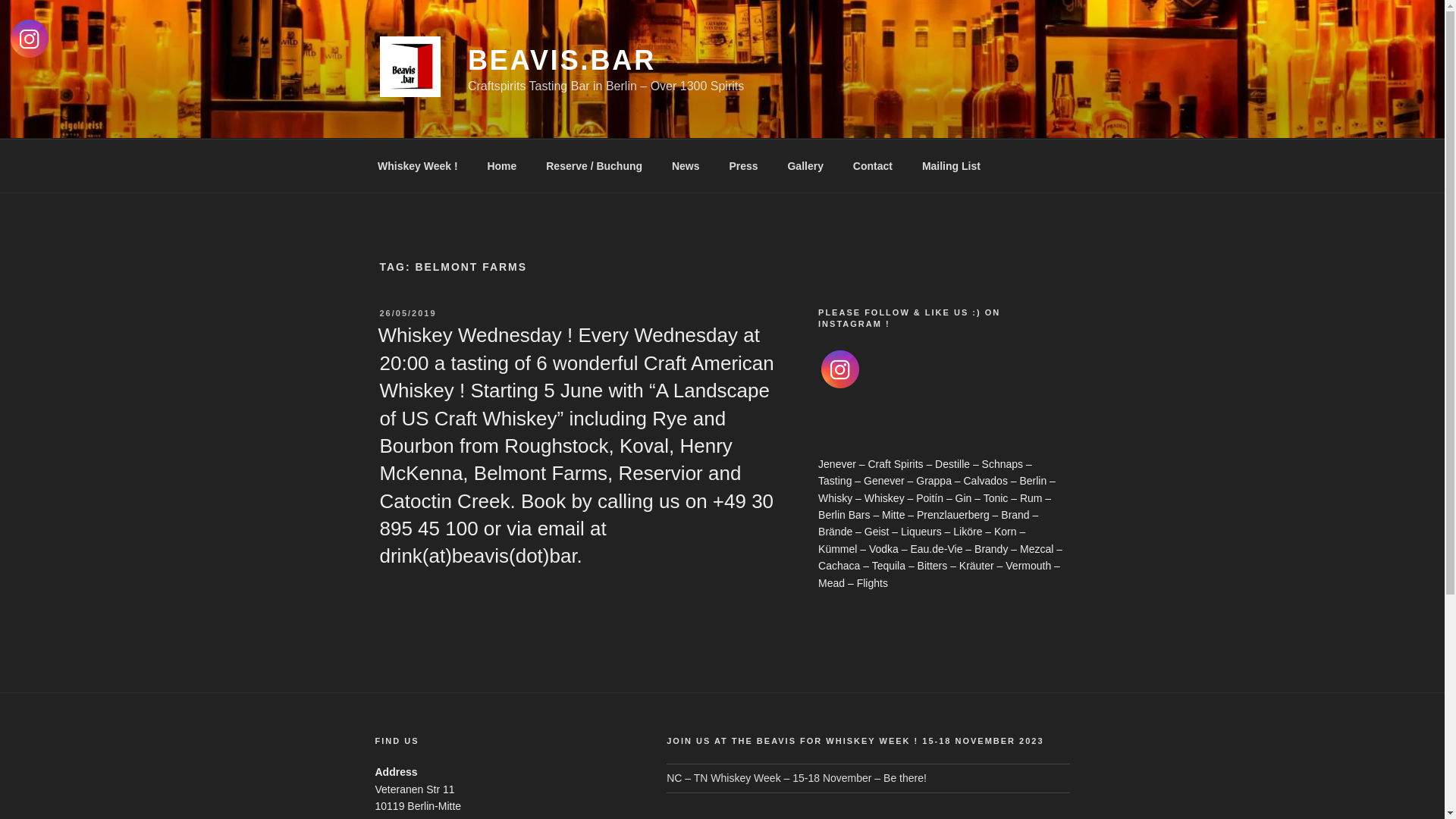  What do you see at coordinates (364, 165) in the screenshot?
I see `'Whiskey Week !'` at bounding box center [364, 165].